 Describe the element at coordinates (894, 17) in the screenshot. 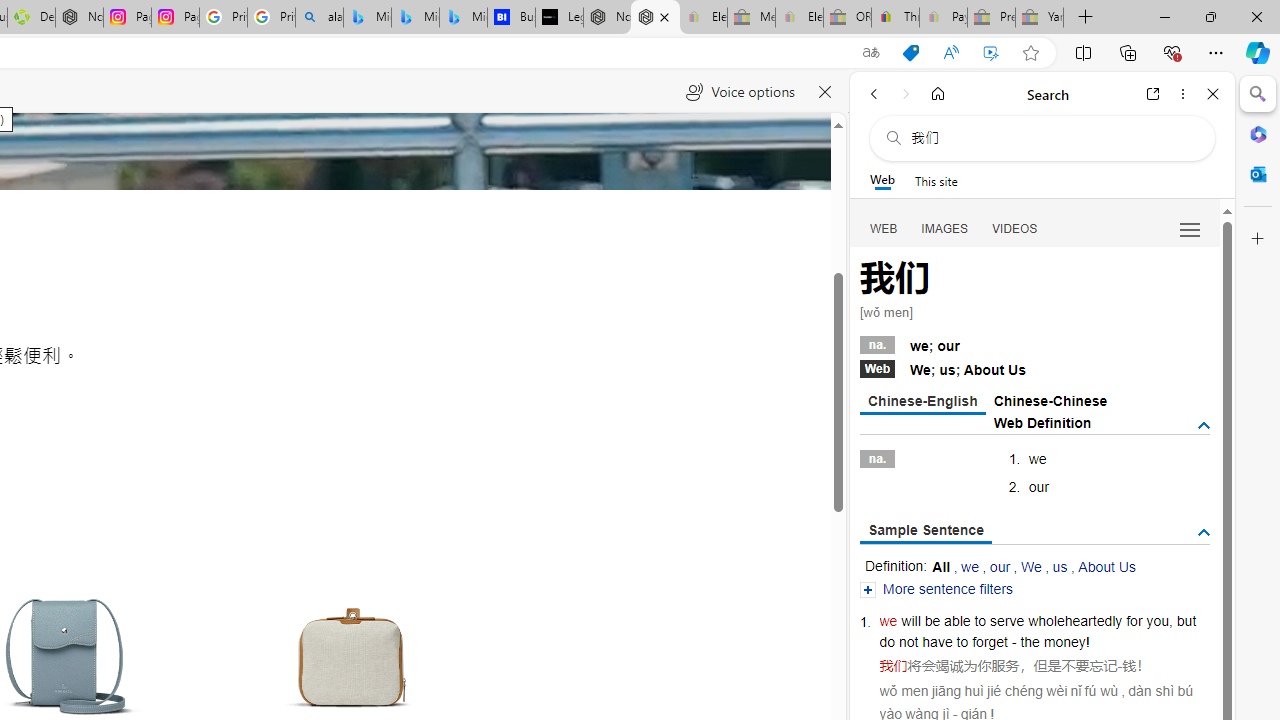

I see `'Threats and offensive language policy | eBay'` at that location.